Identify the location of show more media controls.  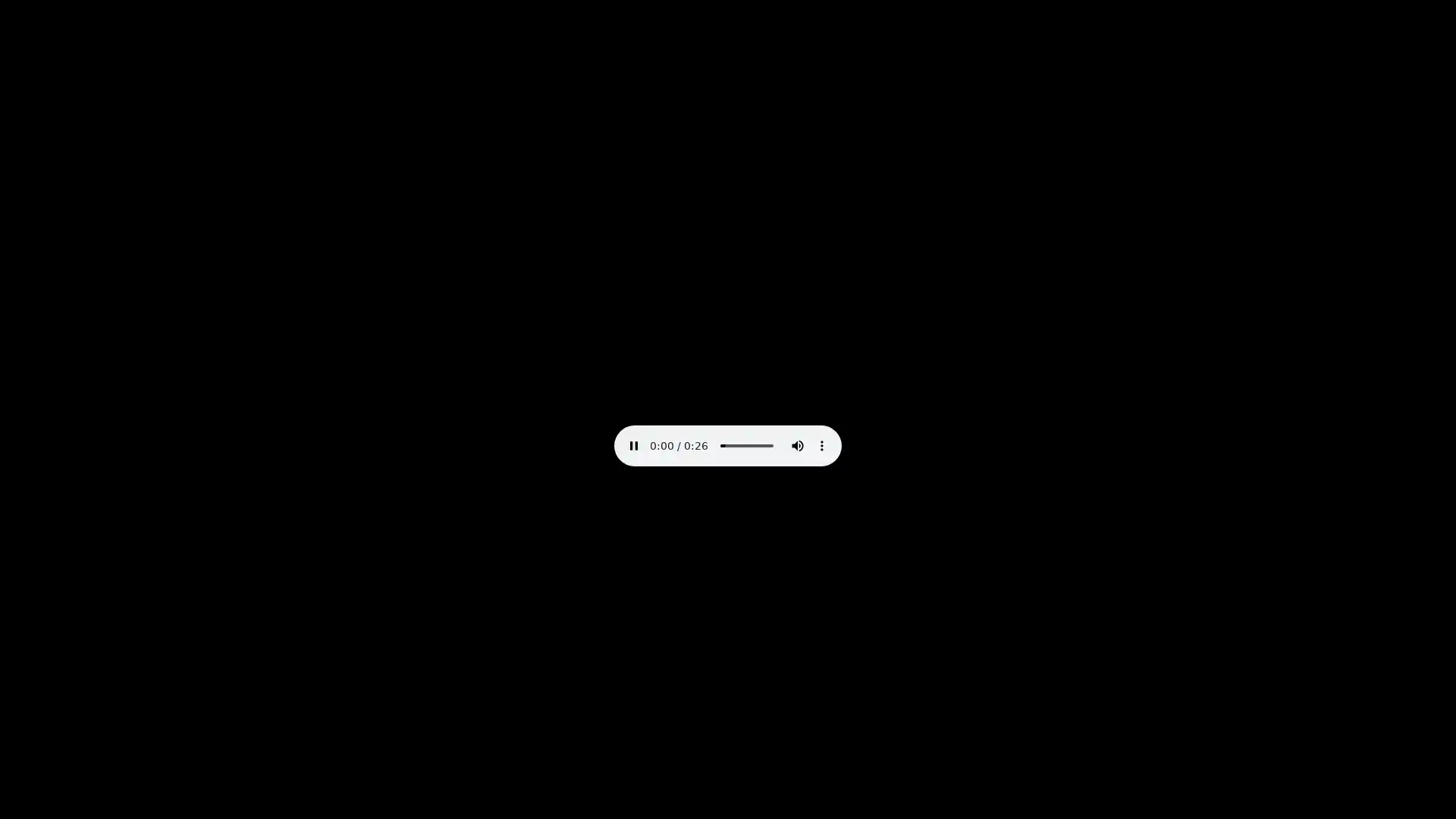
(821, 444).